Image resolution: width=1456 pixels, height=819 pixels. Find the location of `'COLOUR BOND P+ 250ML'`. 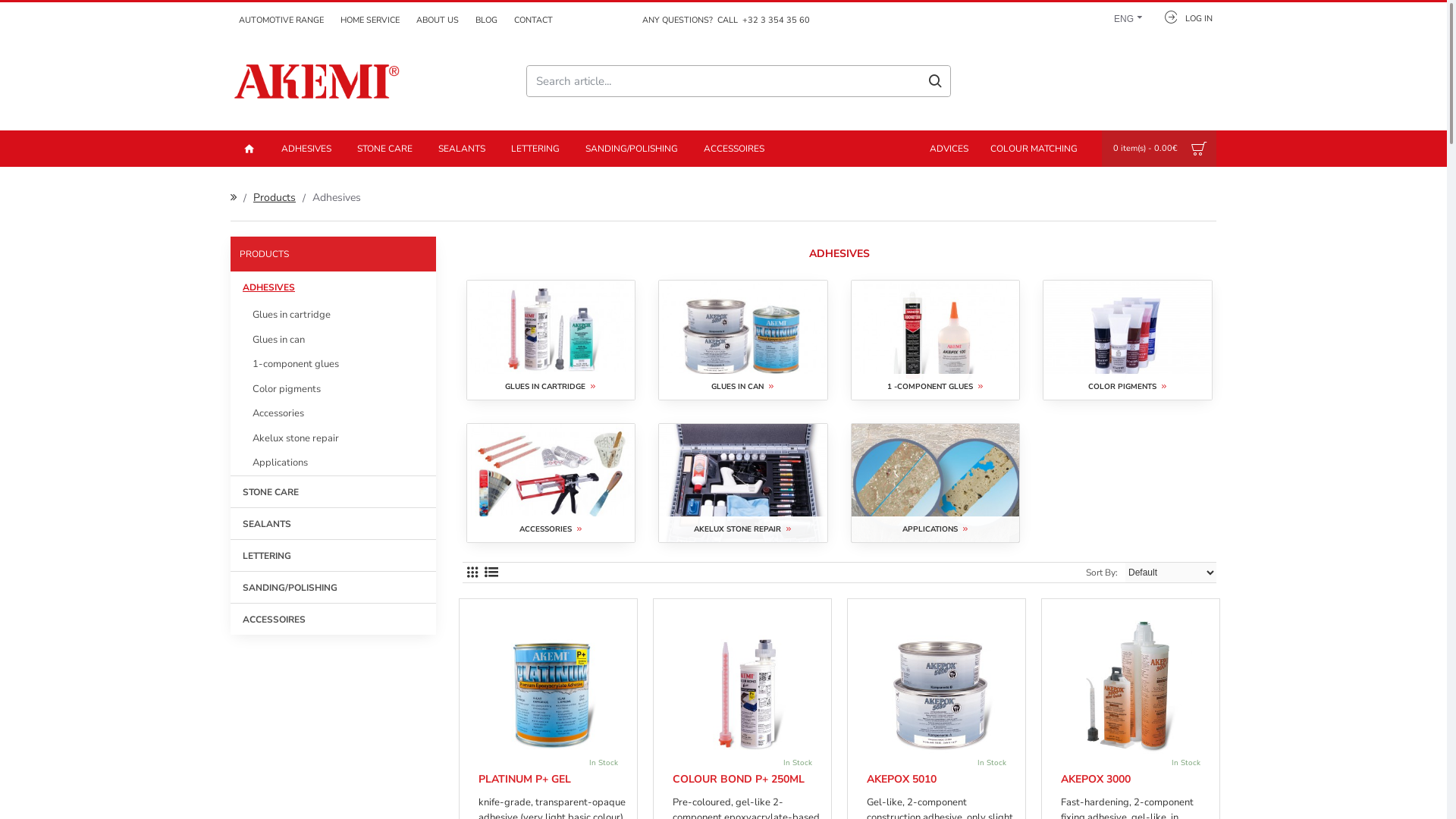

'COLOUR BOND P+ 250ML' is located at coordinates (739, 780).